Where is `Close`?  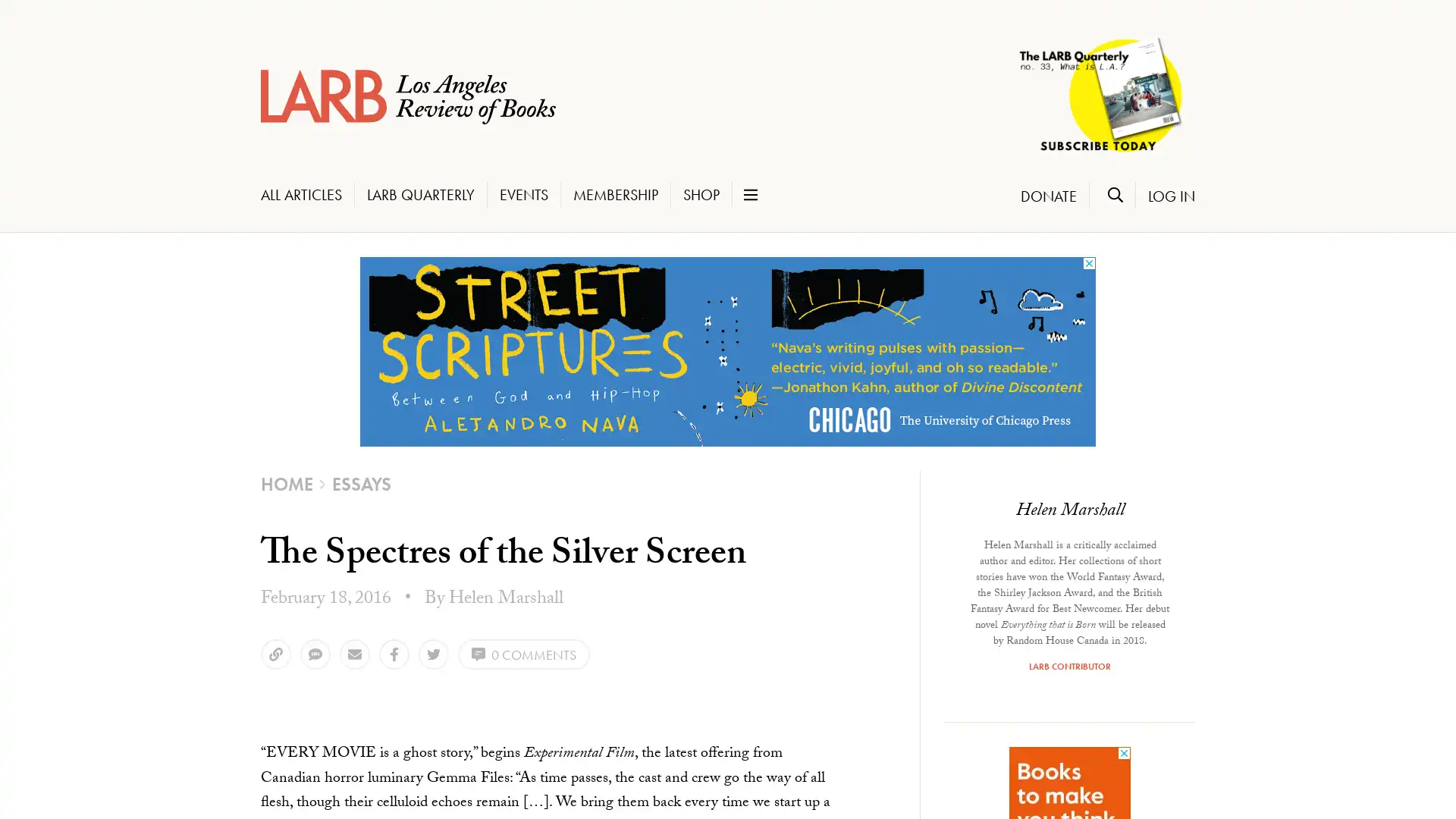 Close is located at coordinates (234, 415).